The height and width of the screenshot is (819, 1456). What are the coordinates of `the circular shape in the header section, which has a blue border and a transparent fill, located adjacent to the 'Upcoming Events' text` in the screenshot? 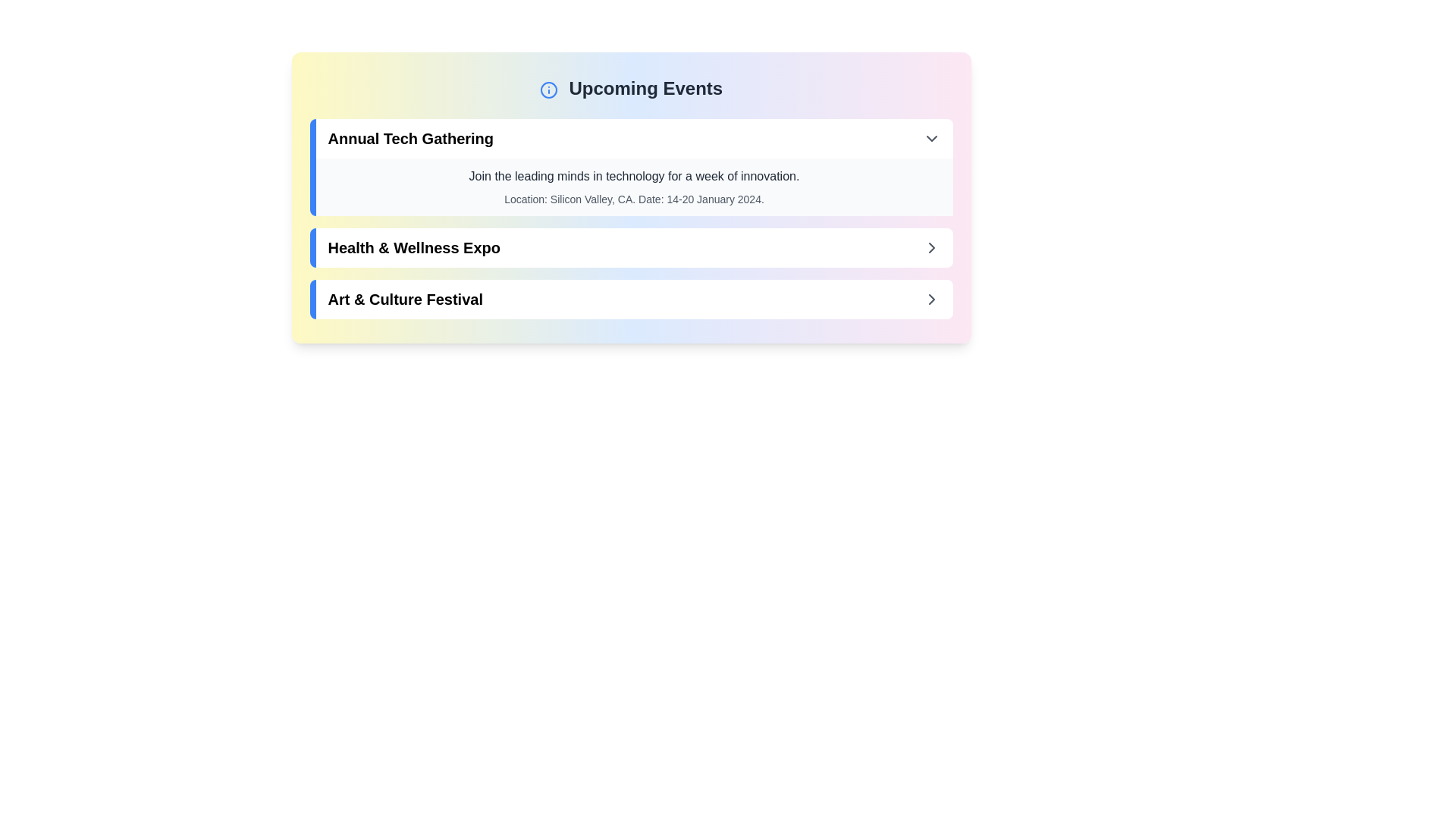 It's located at (548, 89).